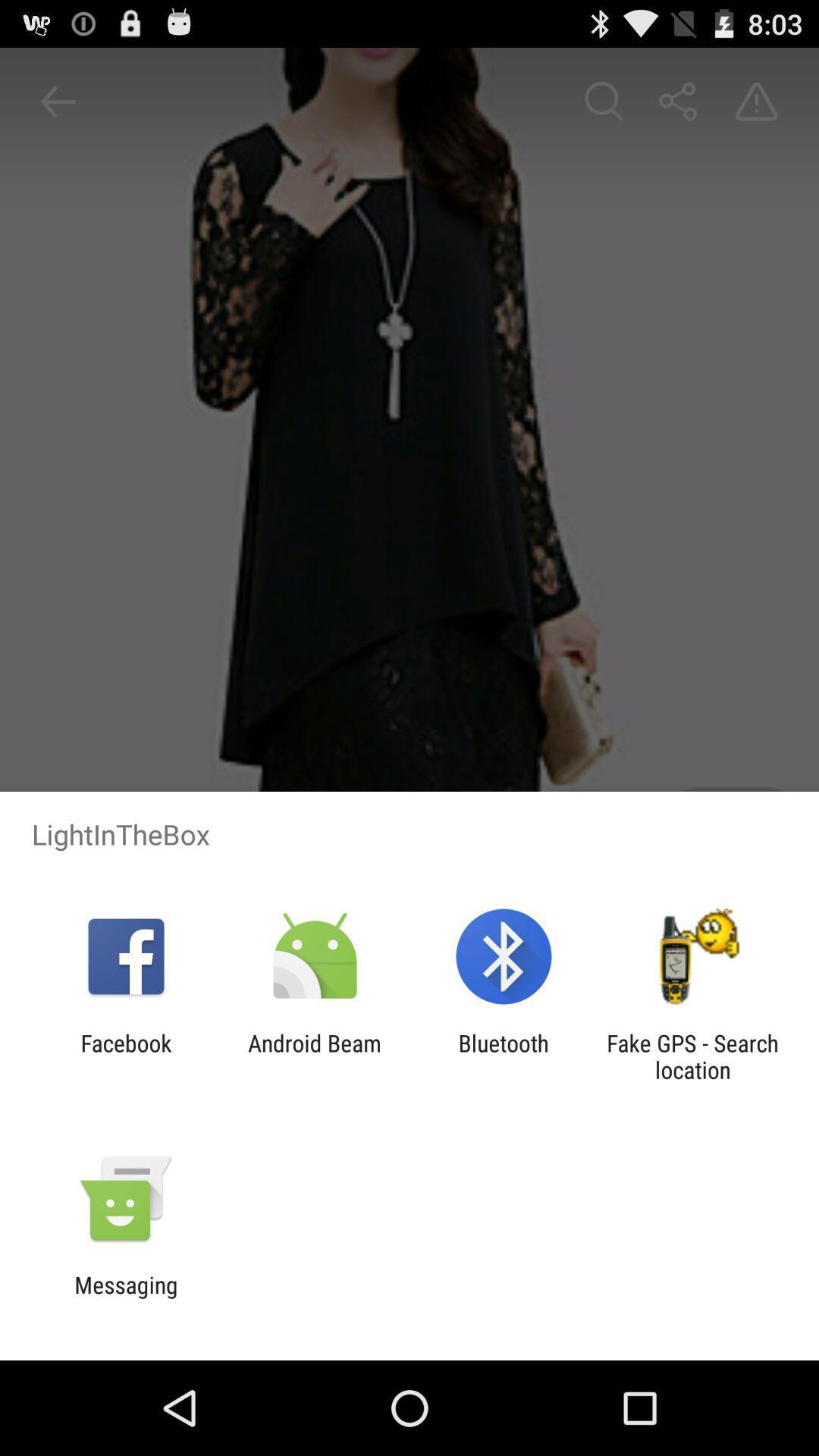  What do you see at coordinates (314, 1056) in the screenshot?
I see `the android beam` at bounding box center [314, 1056].